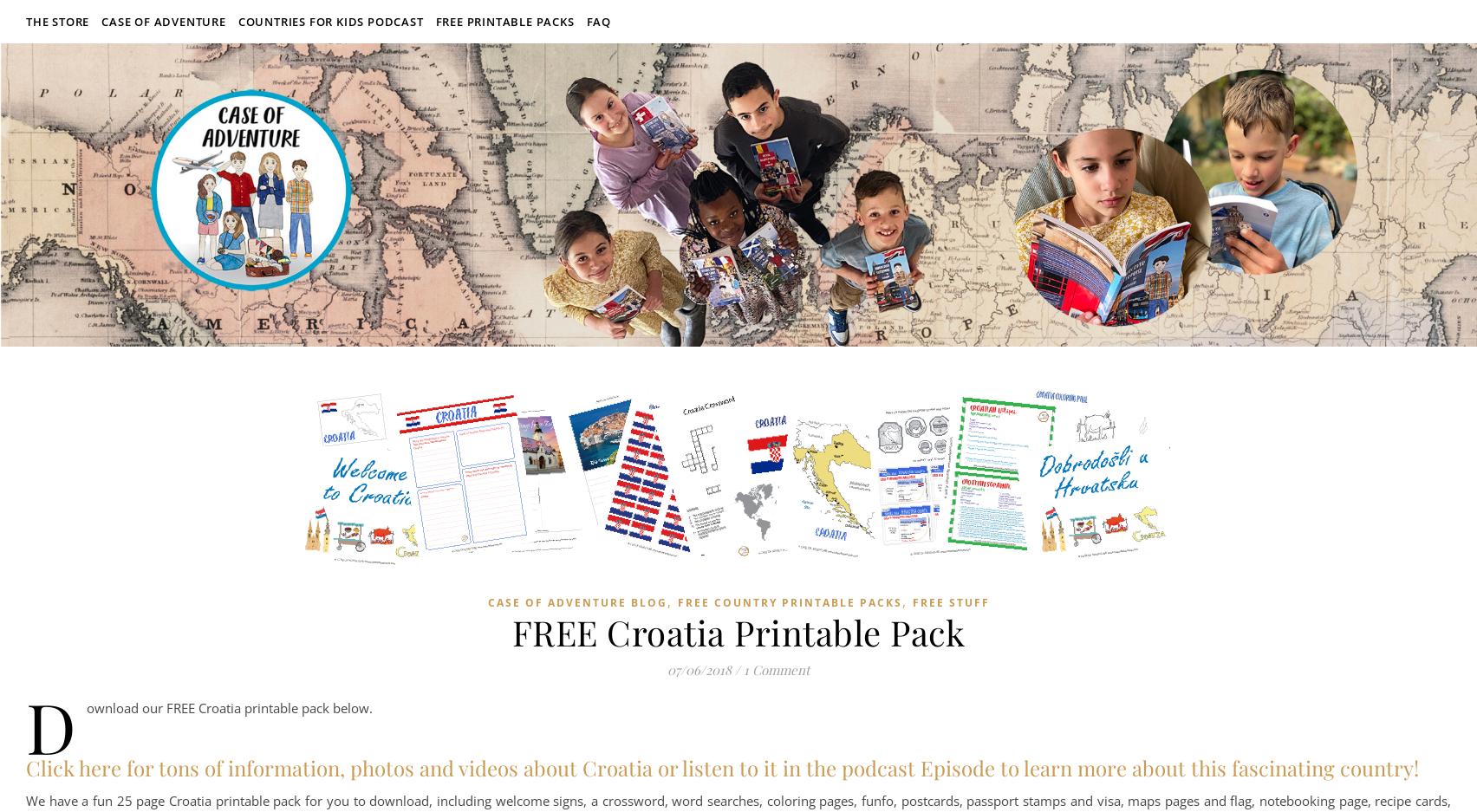  I want to click on '07/06/2018', so click(699, 670).